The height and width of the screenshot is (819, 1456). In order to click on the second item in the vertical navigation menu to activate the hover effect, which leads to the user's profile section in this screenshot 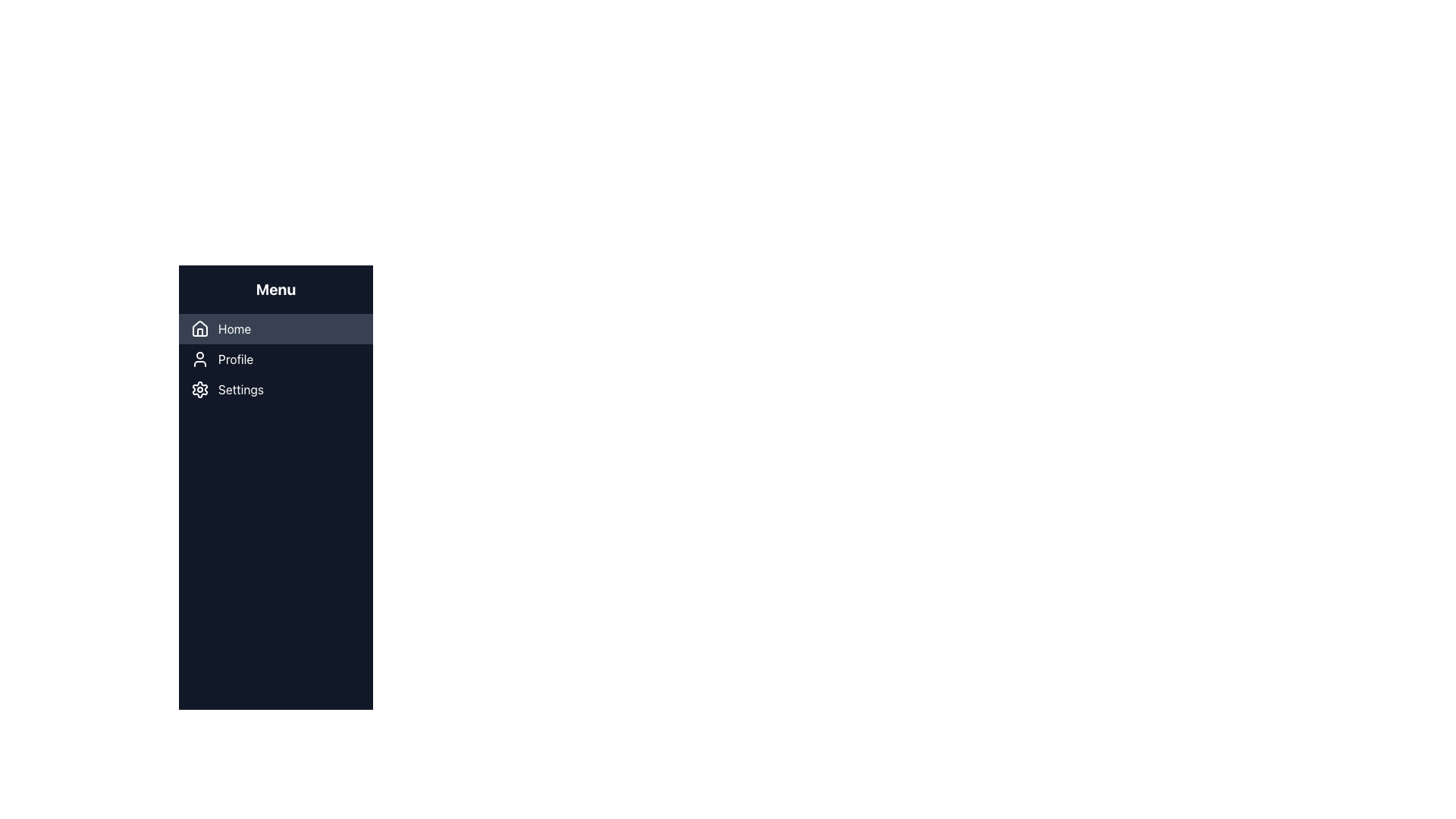, I will do `click(276, 359)`.